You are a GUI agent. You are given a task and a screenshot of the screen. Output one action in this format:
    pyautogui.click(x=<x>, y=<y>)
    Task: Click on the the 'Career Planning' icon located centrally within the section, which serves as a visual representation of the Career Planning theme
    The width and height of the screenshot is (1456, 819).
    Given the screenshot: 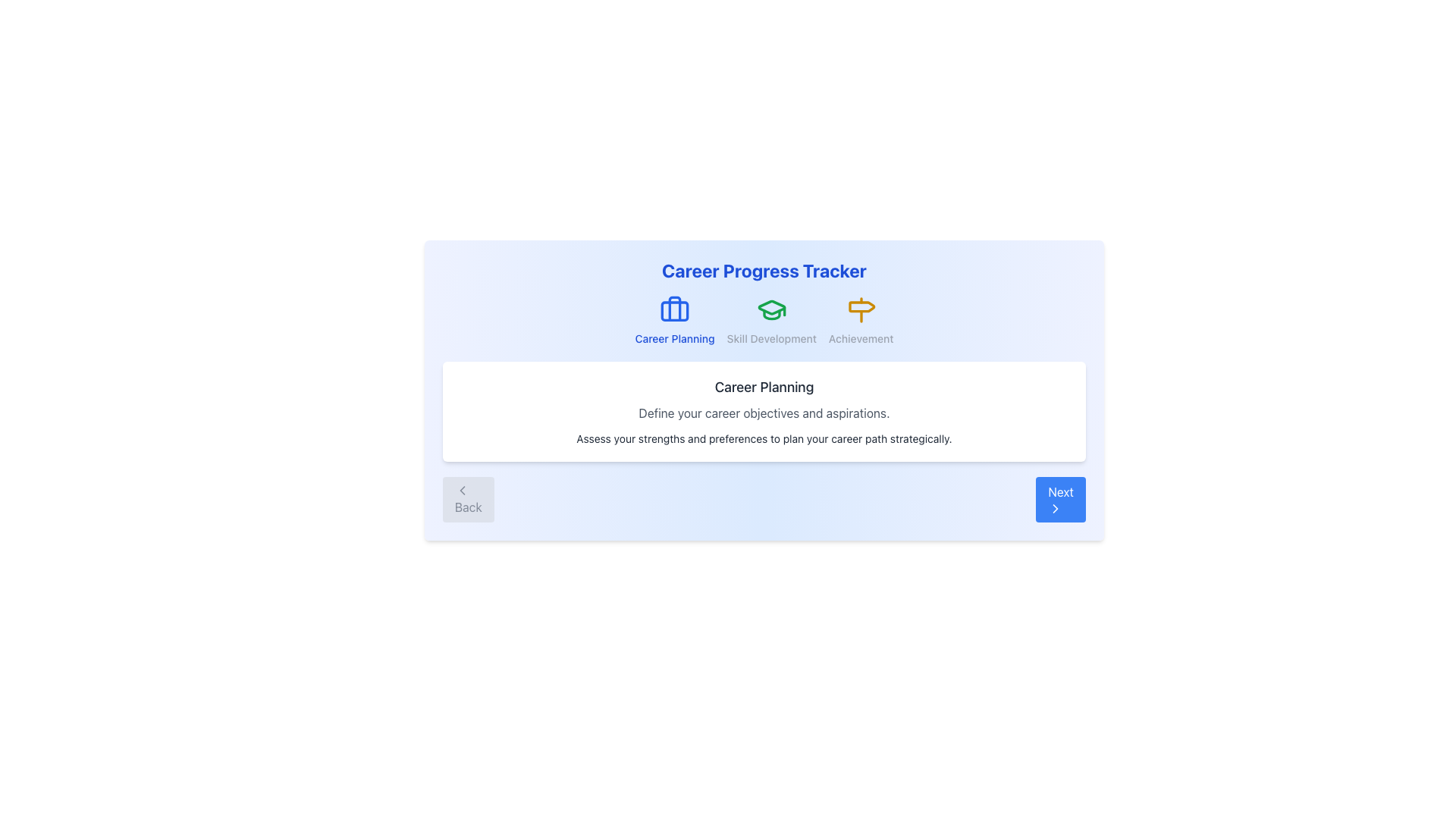 What is the action you would take?
    pyautogui.click(x=673, y=309)
    